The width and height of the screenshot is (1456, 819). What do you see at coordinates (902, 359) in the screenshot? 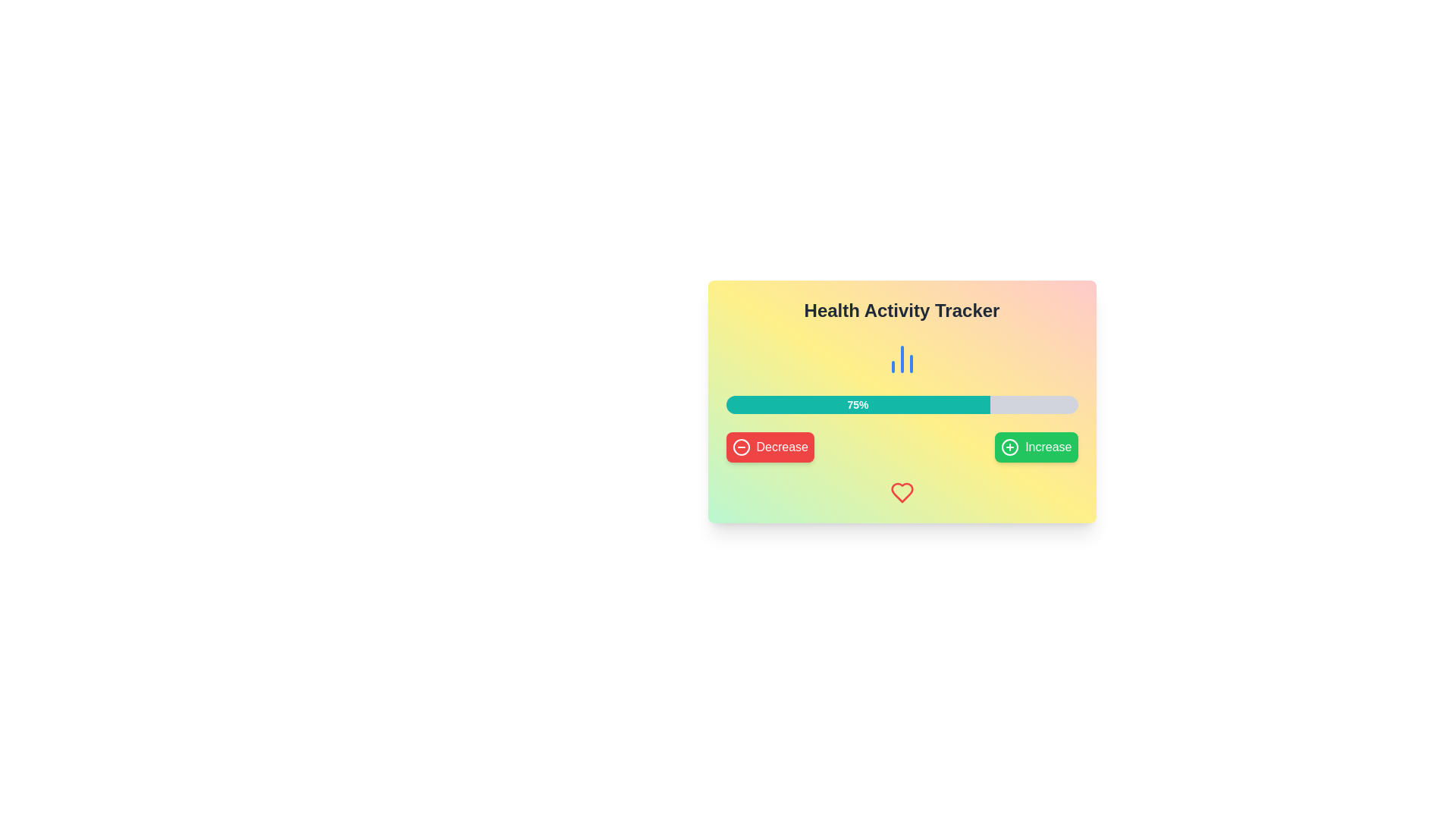
I see `the statistics analysis icon located centrally beneath the 'Health Activity Tracker' title and above the progress bar` at bounding box center [902, 359].